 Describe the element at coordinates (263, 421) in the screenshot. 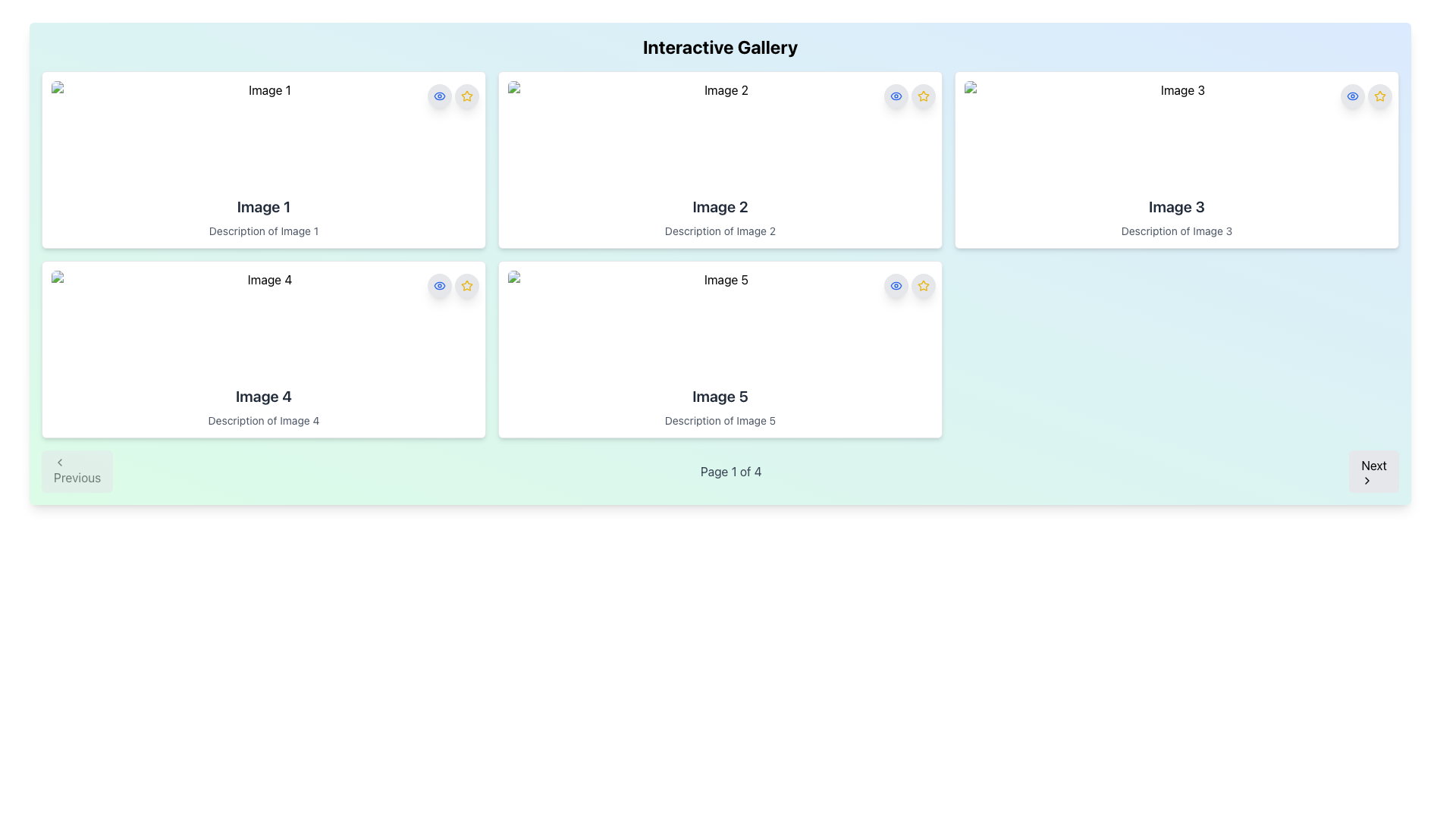

I see `text label displaying 'Description of Image 4', which is styled in grey and located beneath the title 'Image 4' in the fourth image gallery item` at that location.